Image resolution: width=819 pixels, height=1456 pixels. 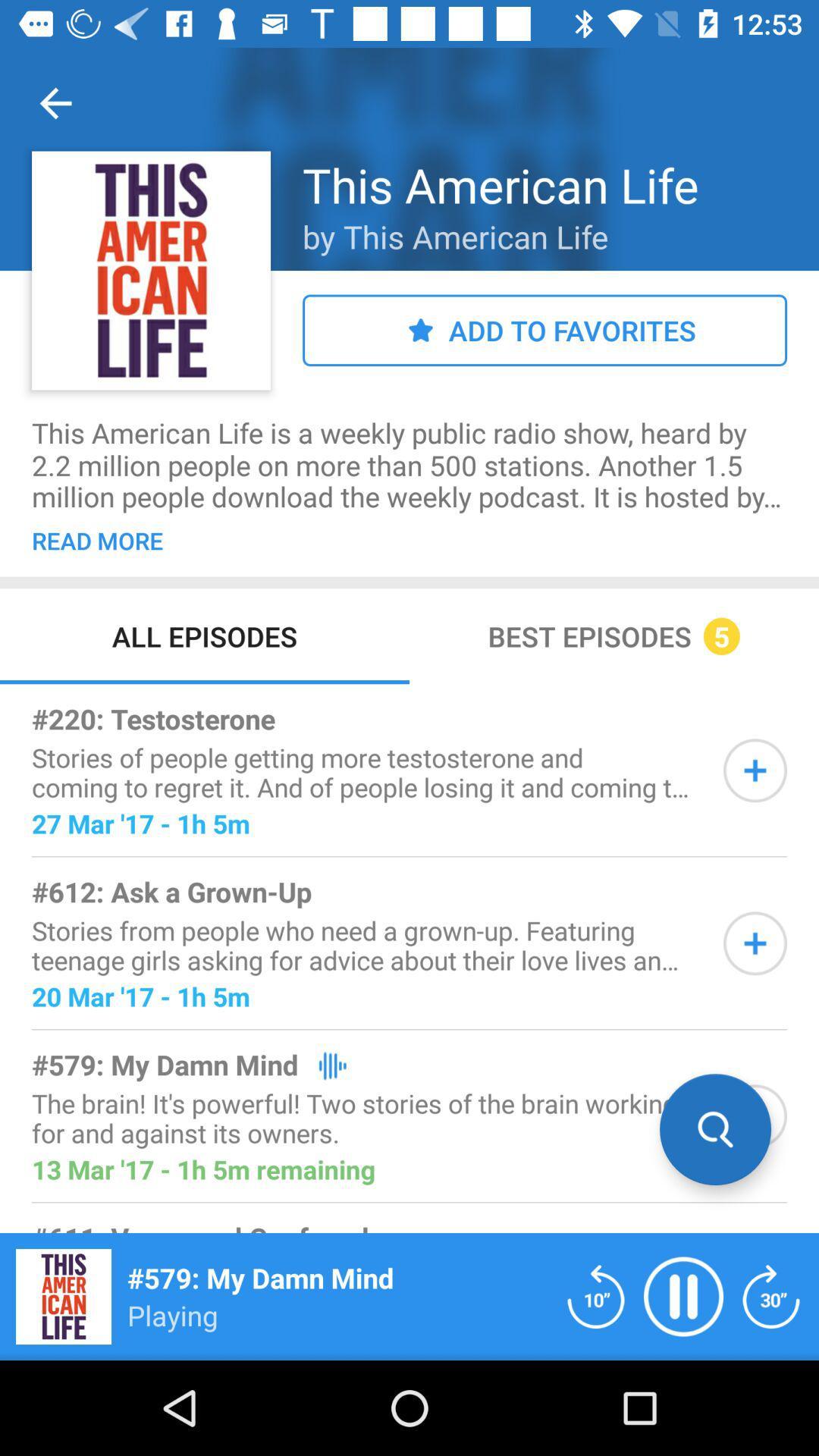 What do you see at coordinates (715, 1129) in the screenshot?
I see `the search icon` at bounding box center [715, 1129].